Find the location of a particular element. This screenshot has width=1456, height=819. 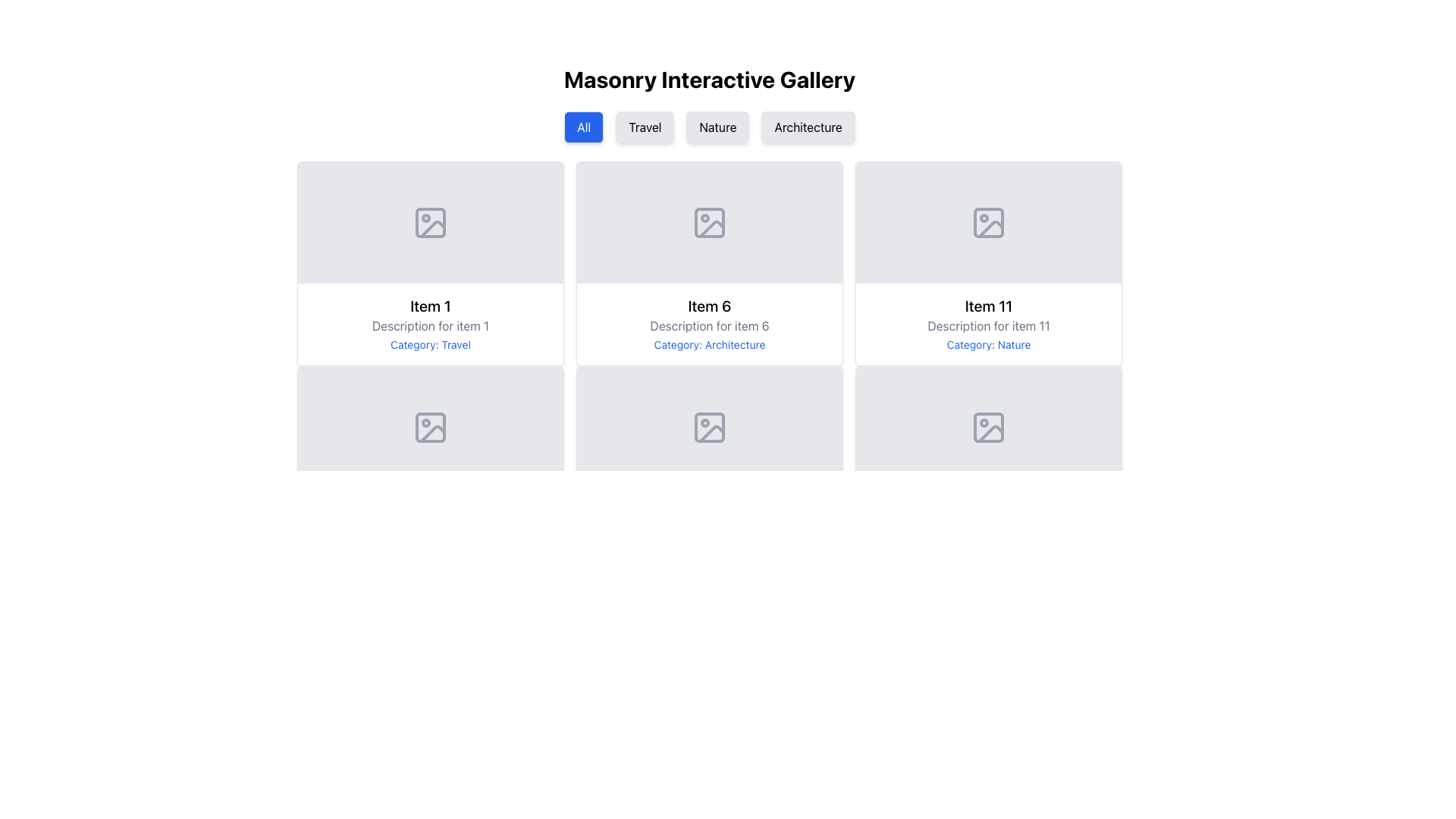

the graphical icon component, which is a light gray rectangular shape with rounded corners, located within an image icon on a gray card labeled 'Item 11' is located at coordinates (989, 427).